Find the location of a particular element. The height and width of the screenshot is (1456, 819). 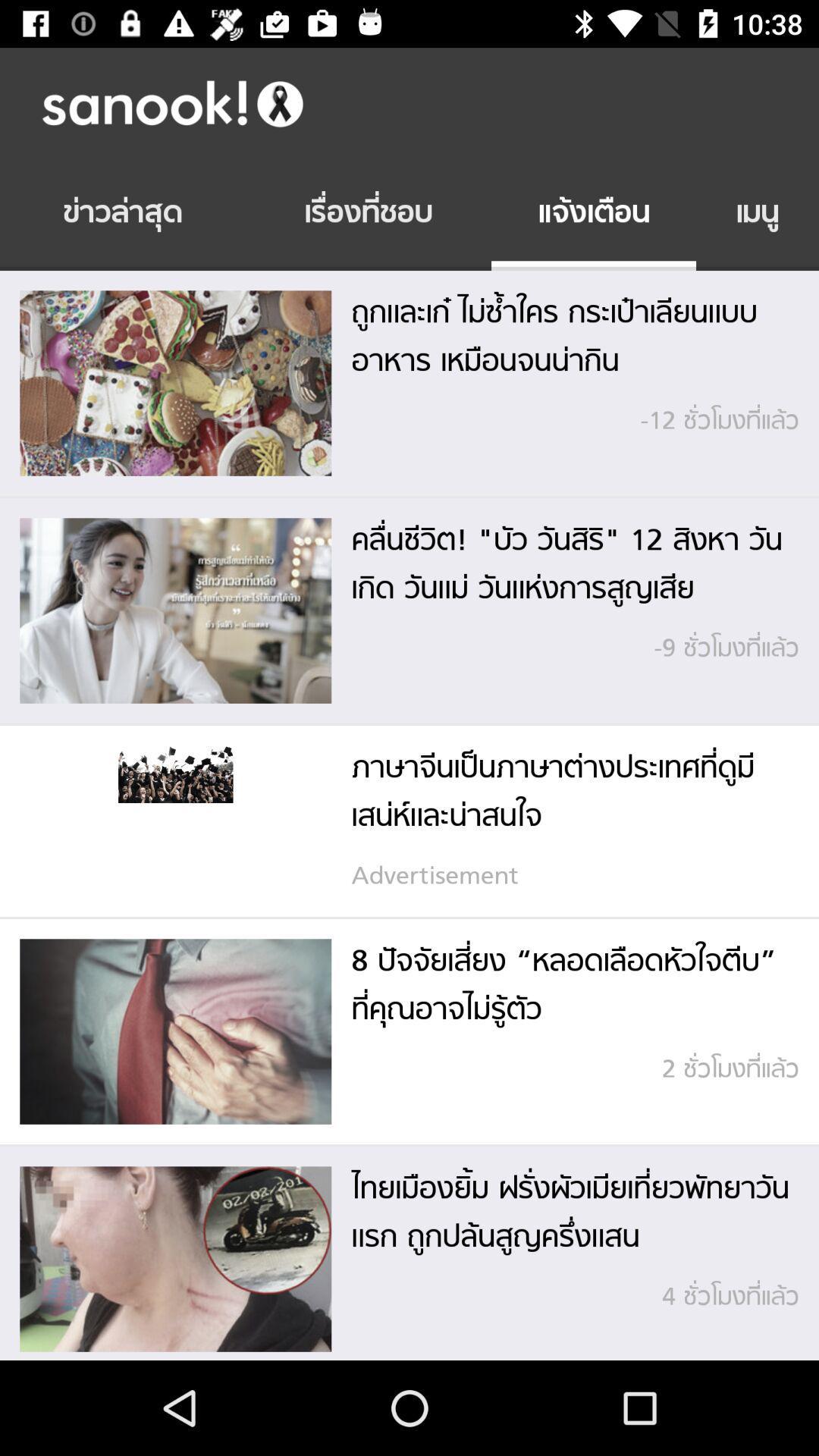

the icon below the advertisement is located at coordinates (409, 917).